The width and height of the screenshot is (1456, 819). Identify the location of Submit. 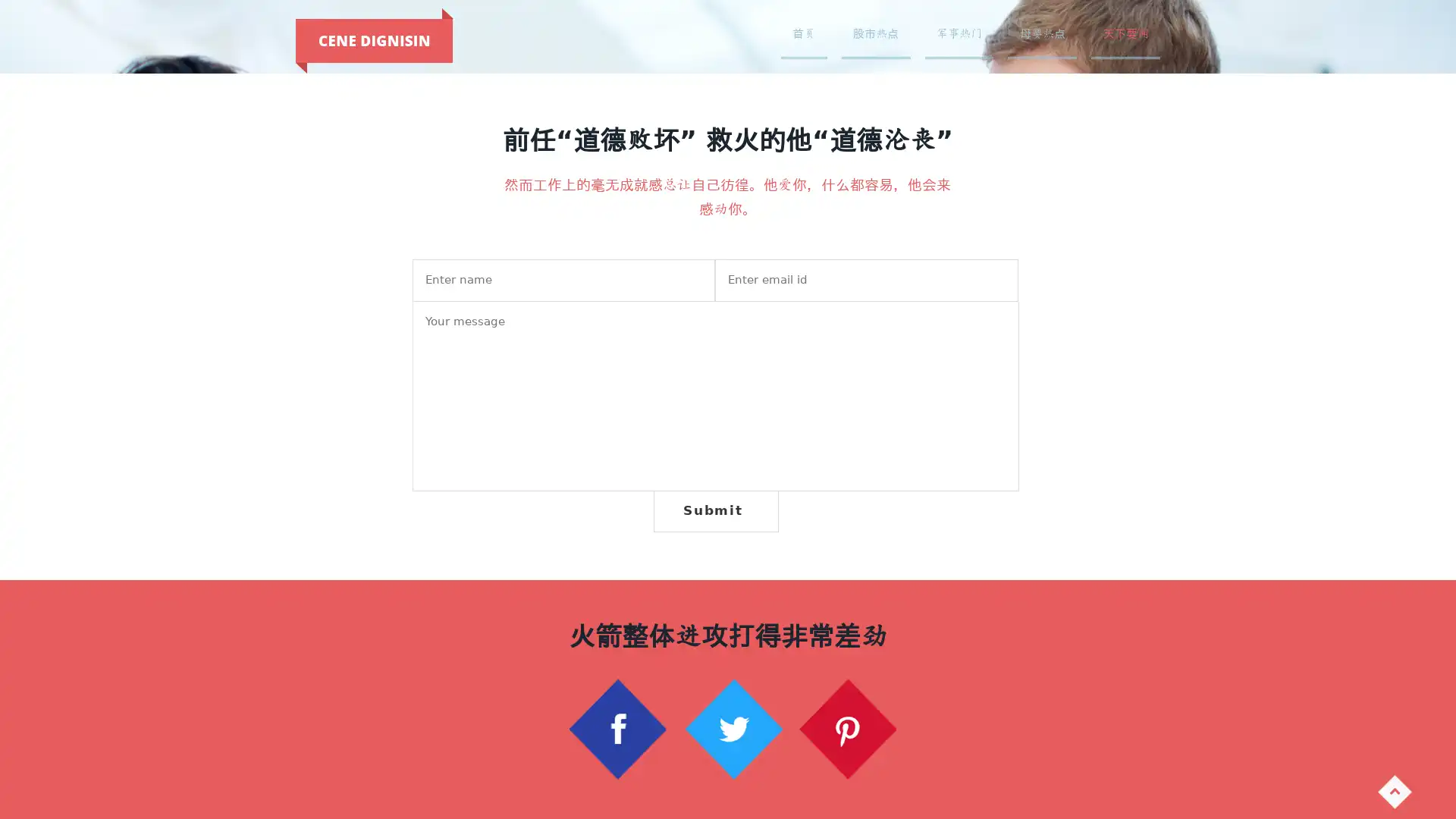
(714, 510).